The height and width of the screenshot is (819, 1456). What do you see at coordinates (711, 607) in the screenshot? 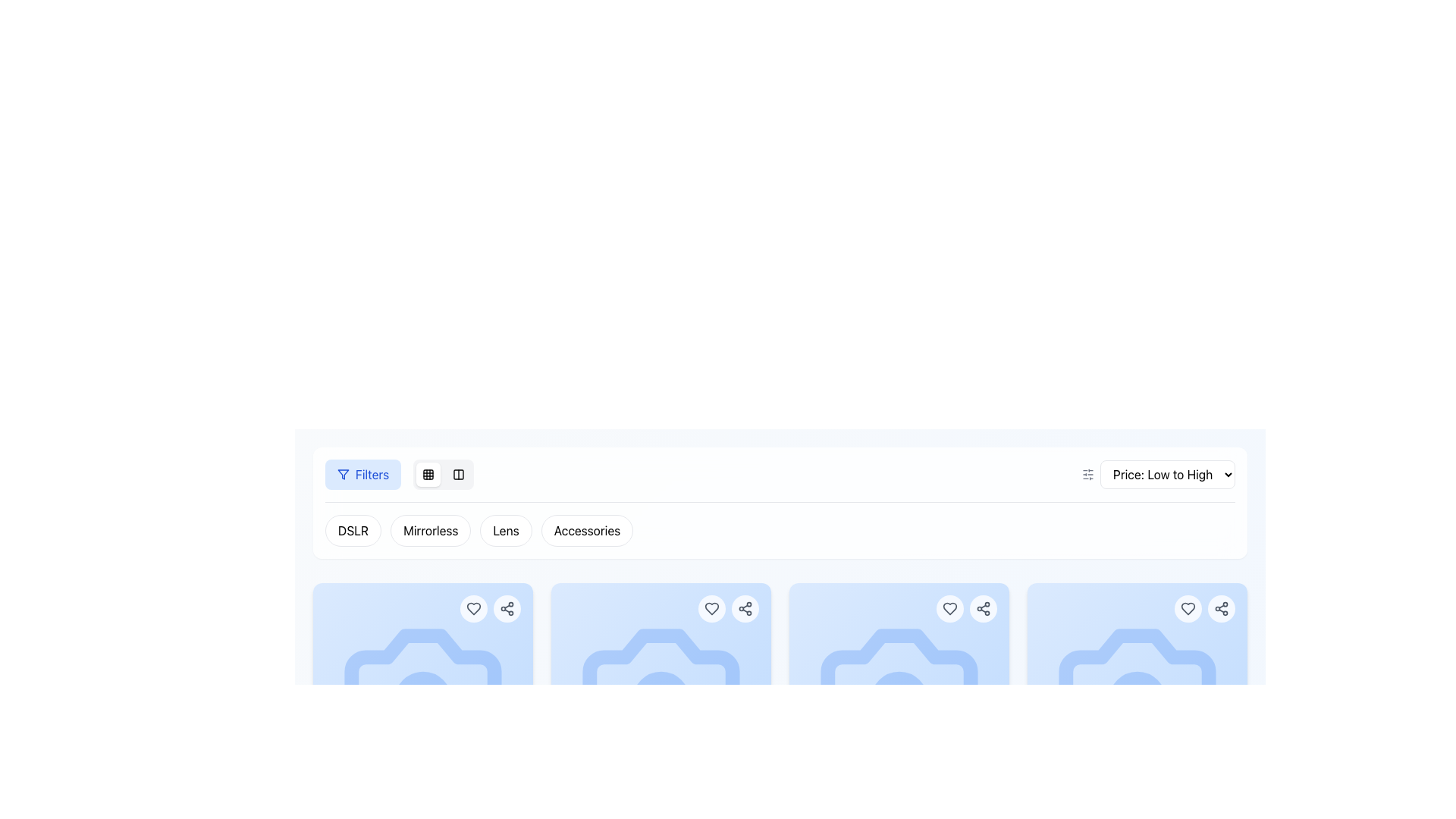
I see `the 'like' icon located in the top-right corner of the second card from the left in the first row of the grid` at bounding box center [711, 607].